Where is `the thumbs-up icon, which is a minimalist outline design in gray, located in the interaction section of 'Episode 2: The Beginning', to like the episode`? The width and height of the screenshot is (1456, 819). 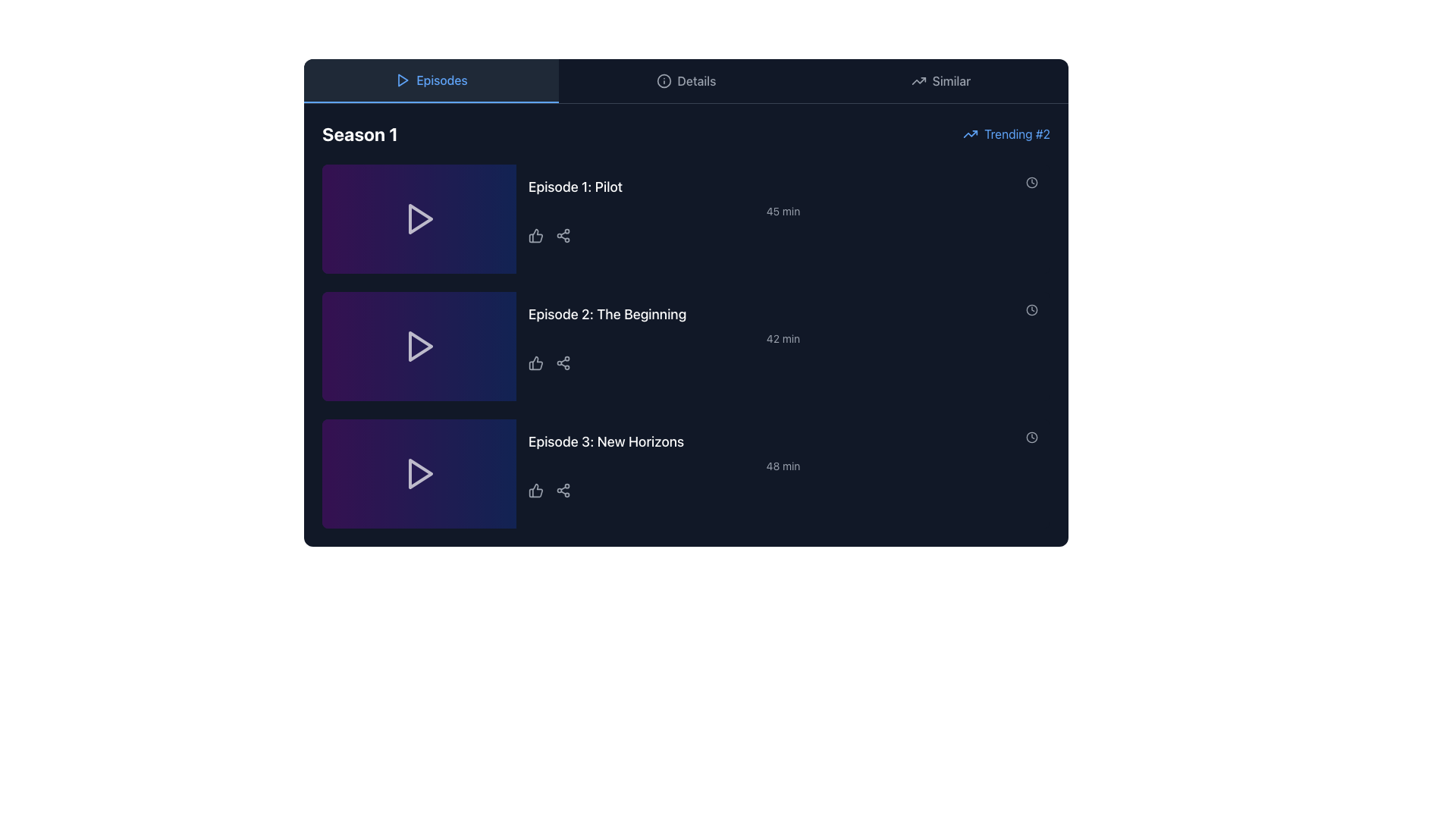
the thumbs-up icon, which is a minimalist outline design in gray, located in the interaction section of 'Episode 2: The Beginning', to like the episode is located at coordinates (535, 362).